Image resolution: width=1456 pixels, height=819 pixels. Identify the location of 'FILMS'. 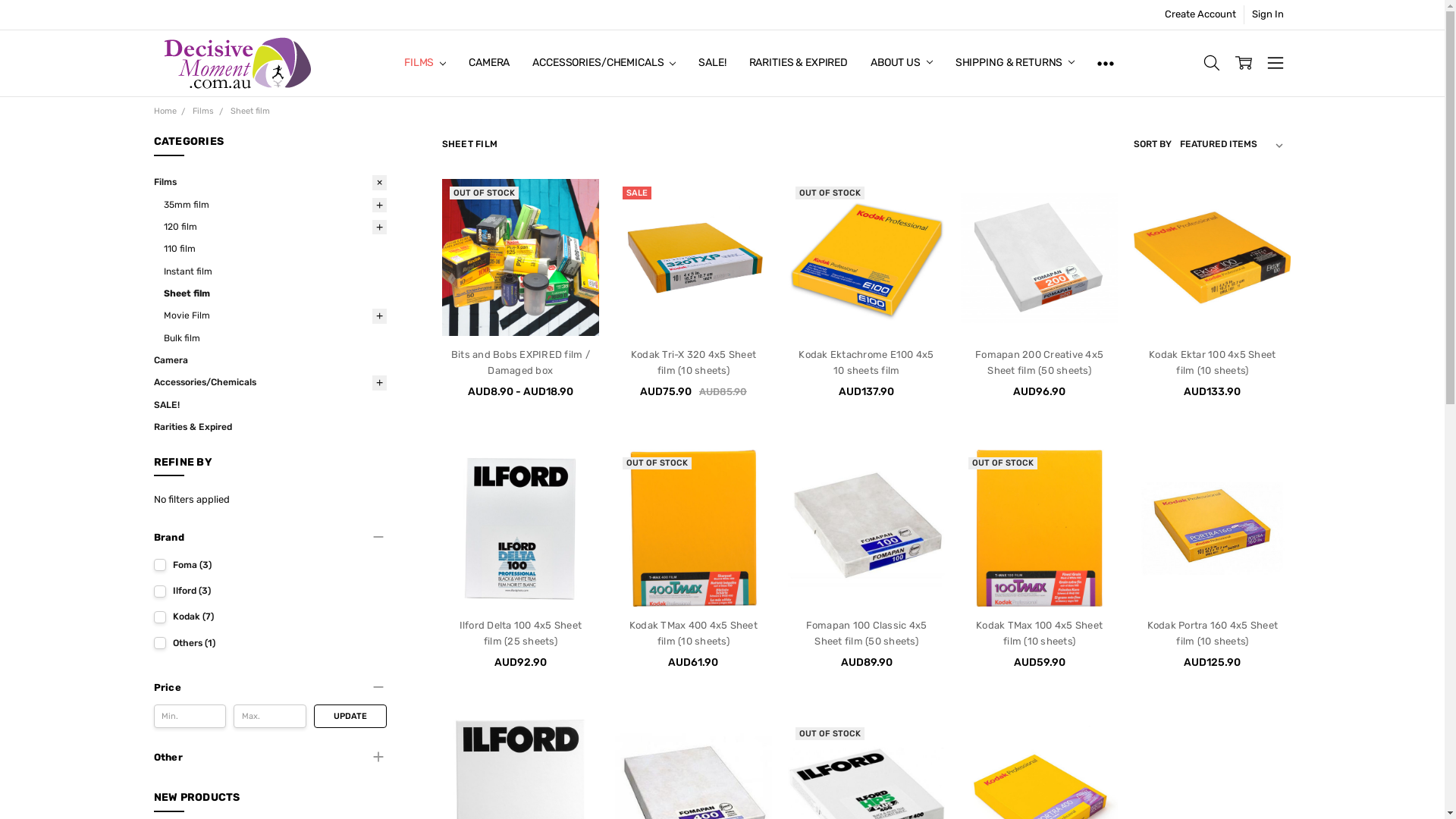
(425, 62).